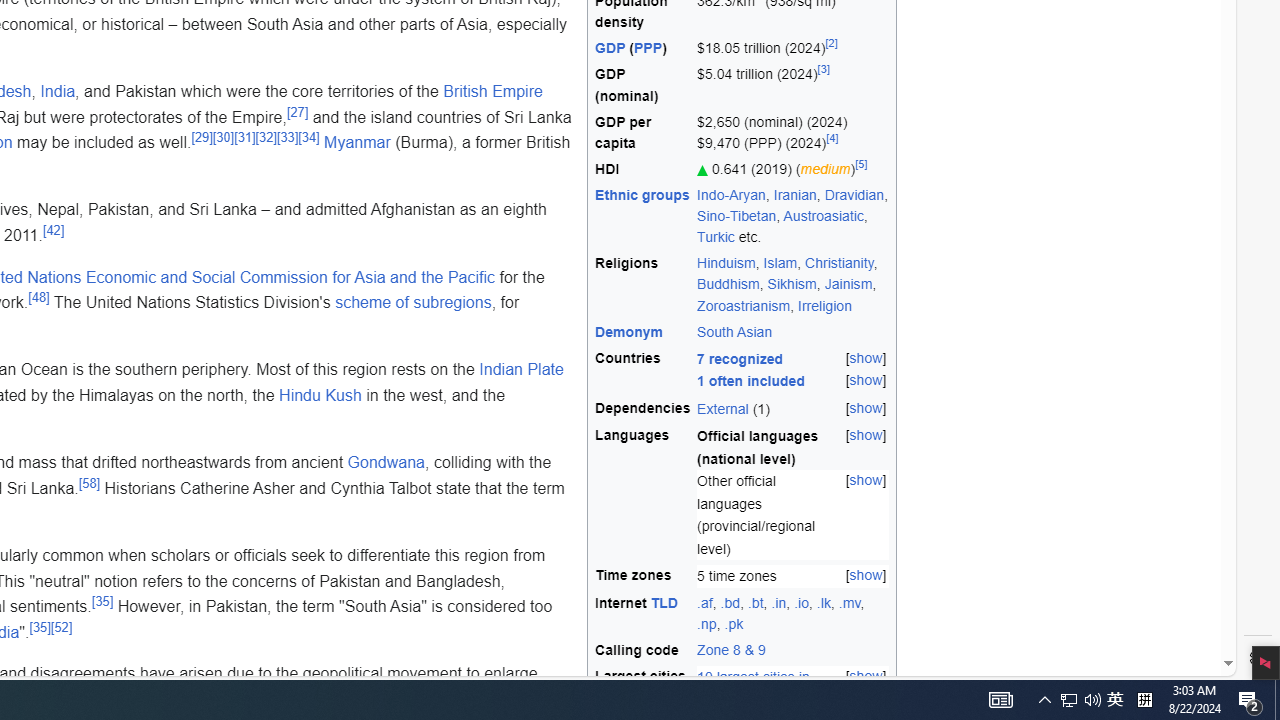 The height and width of the screenshot is (720, 1280). Describe the element at coordinates (642, 195) in the screenshot. I see `'Ethnic groups'` at that location.